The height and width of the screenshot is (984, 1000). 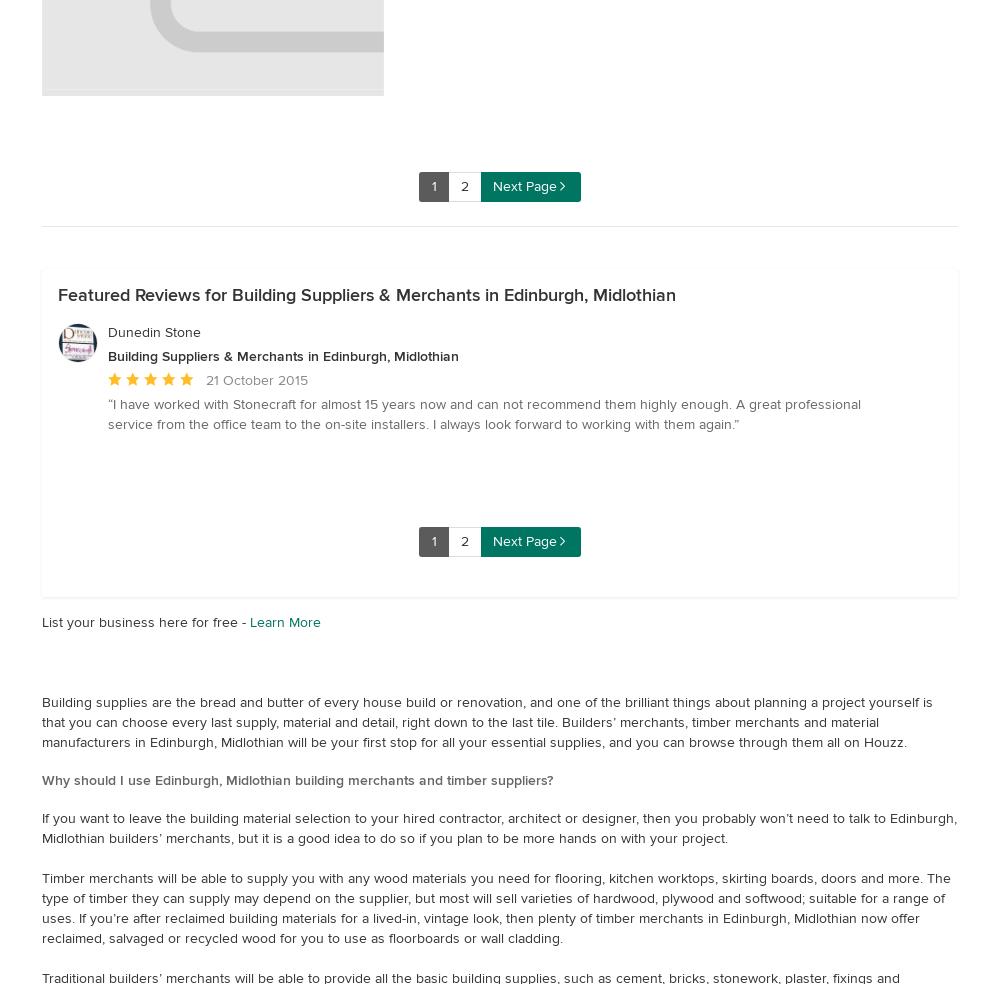 What do you see at coordinates (483, 413) in the screenshot?
I see `'I have worked with Stonecraft for almost 15 years now and can not recommend them highly enough. A great professional service from the office team to the on-site installers. I always look forward to working with them again.'` at bounding box center [483, 413].